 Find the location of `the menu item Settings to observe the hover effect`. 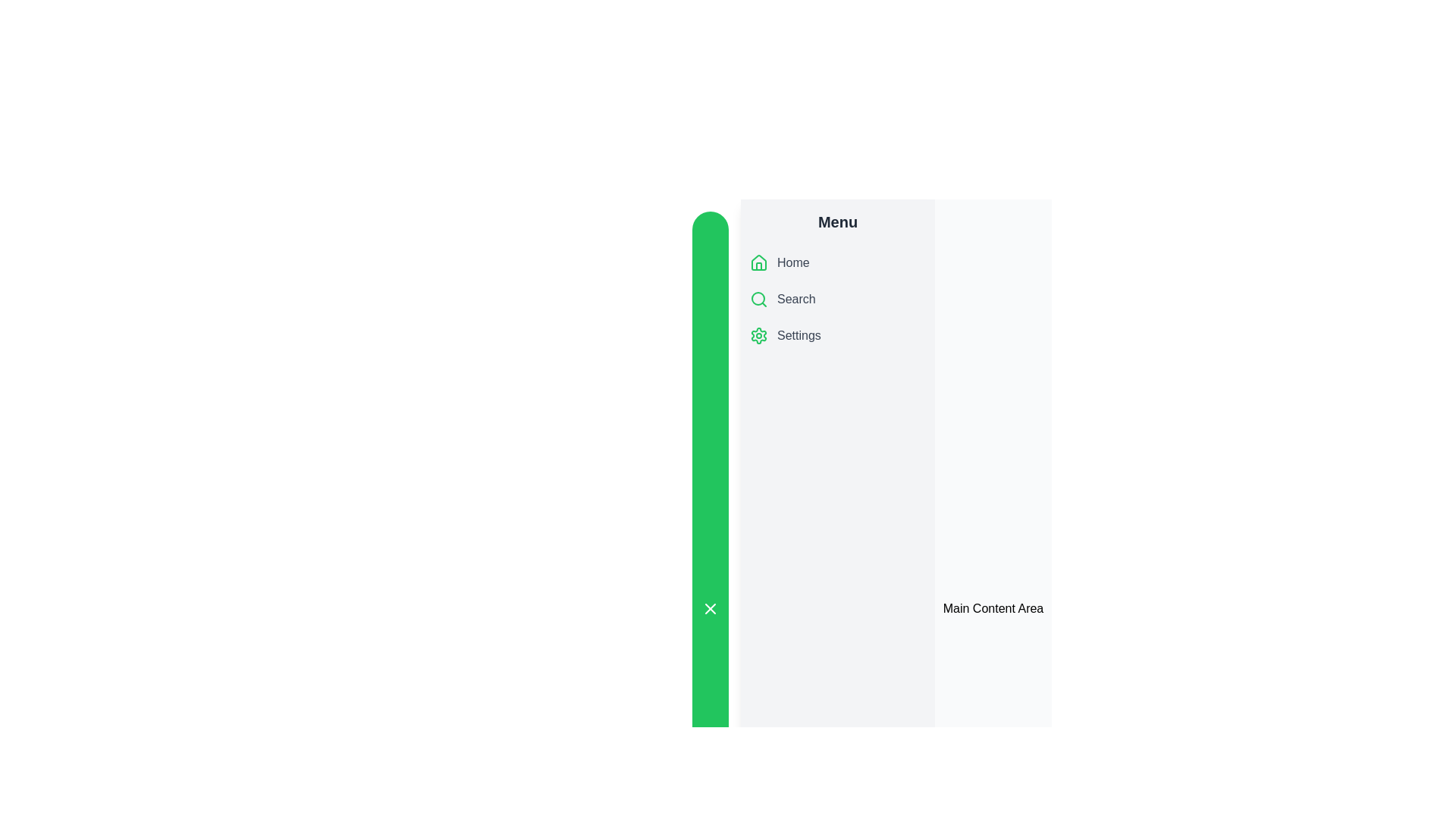

the menu item Settings to observe the hover effect is located at coordinates (836, 335).